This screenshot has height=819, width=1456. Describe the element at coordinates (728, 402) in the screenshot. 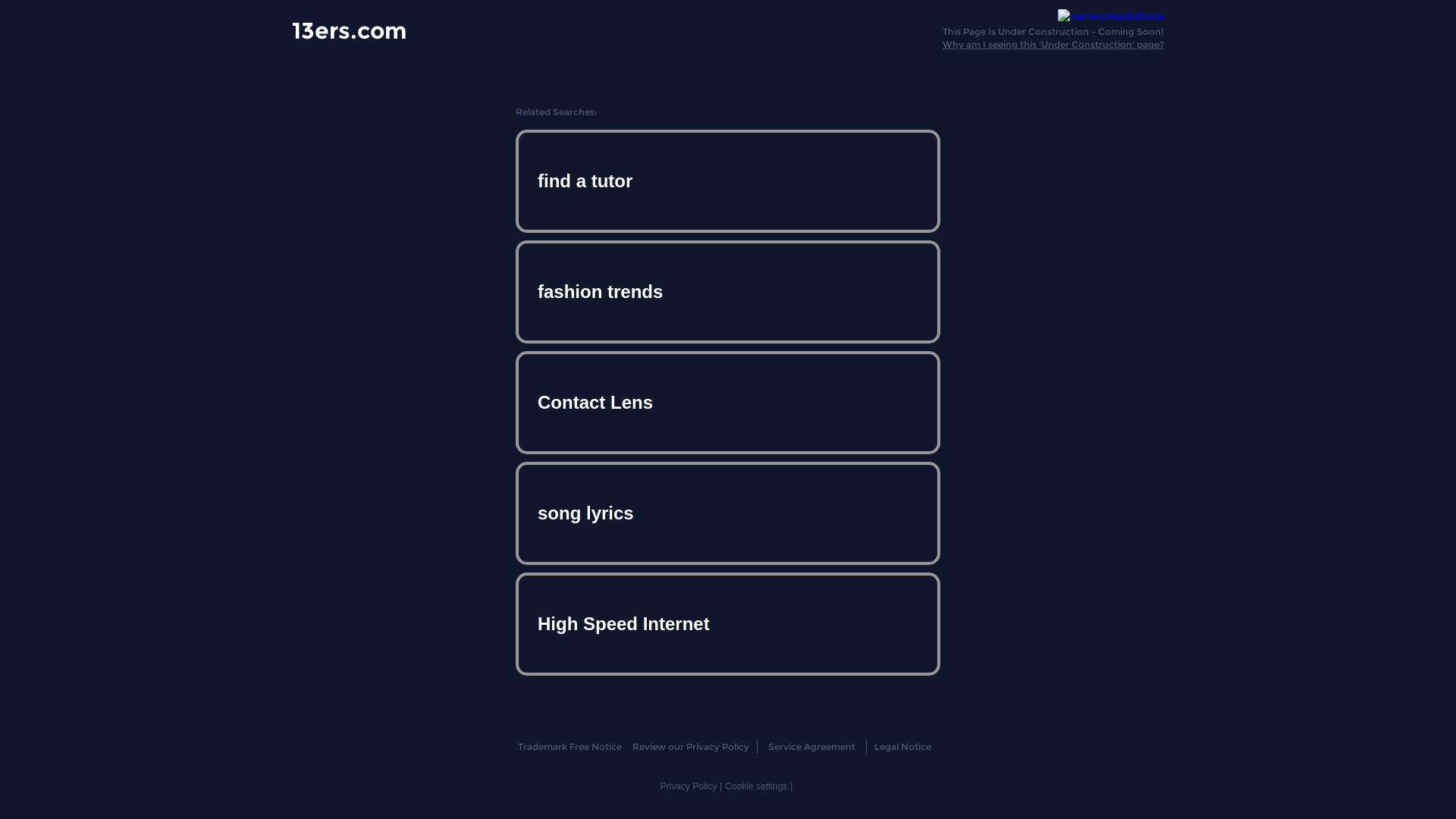

I see `'Contact Lens'` at that location.